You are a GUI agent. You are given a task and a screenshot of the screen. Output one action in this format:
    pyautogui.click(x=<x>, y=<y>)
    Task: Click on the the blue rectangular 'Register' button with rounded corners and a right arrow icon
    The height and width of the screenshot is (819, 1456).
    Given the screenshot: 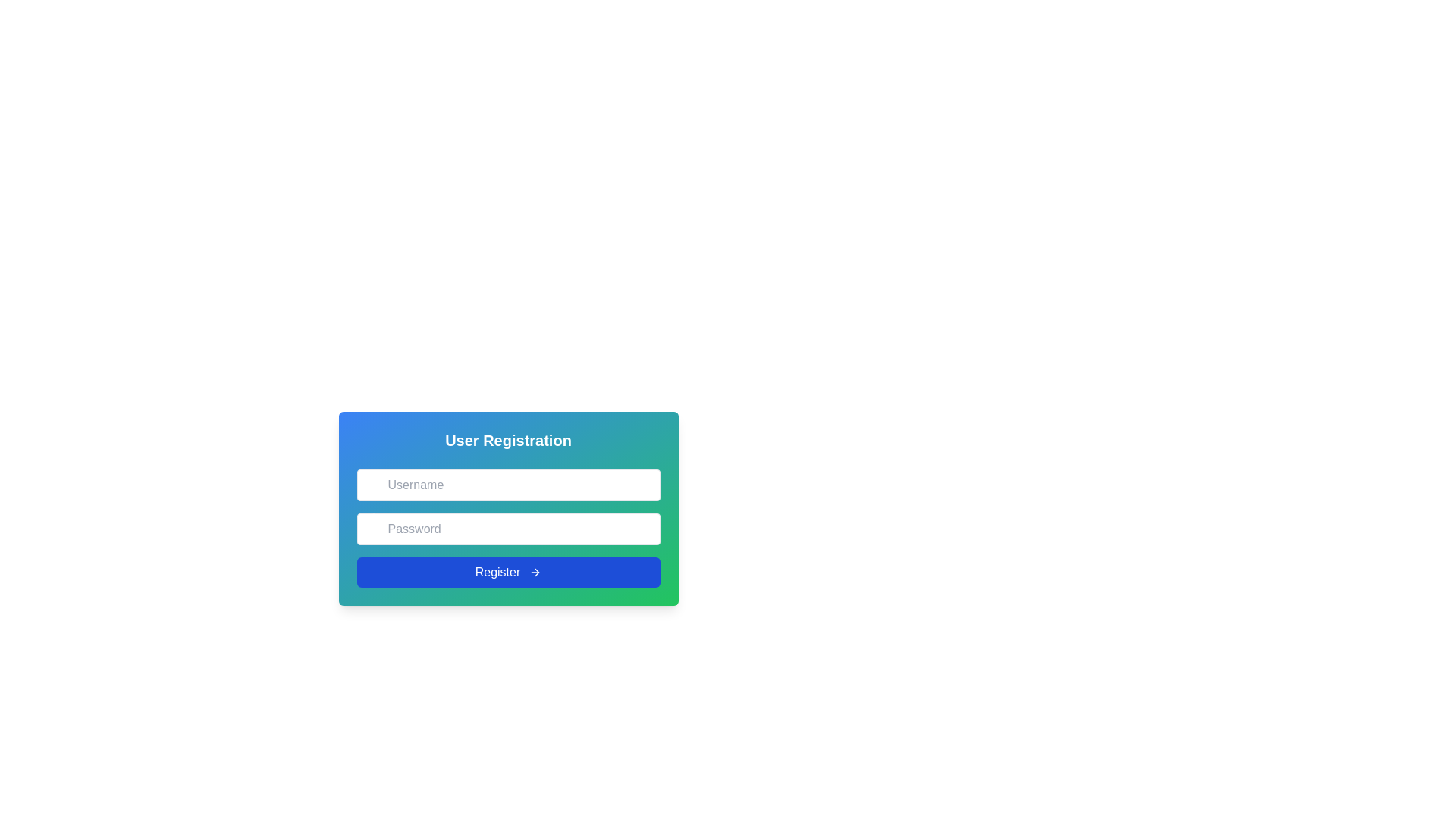 What is the action you would take?
    pyautogui.click(x=508, y=573)
    